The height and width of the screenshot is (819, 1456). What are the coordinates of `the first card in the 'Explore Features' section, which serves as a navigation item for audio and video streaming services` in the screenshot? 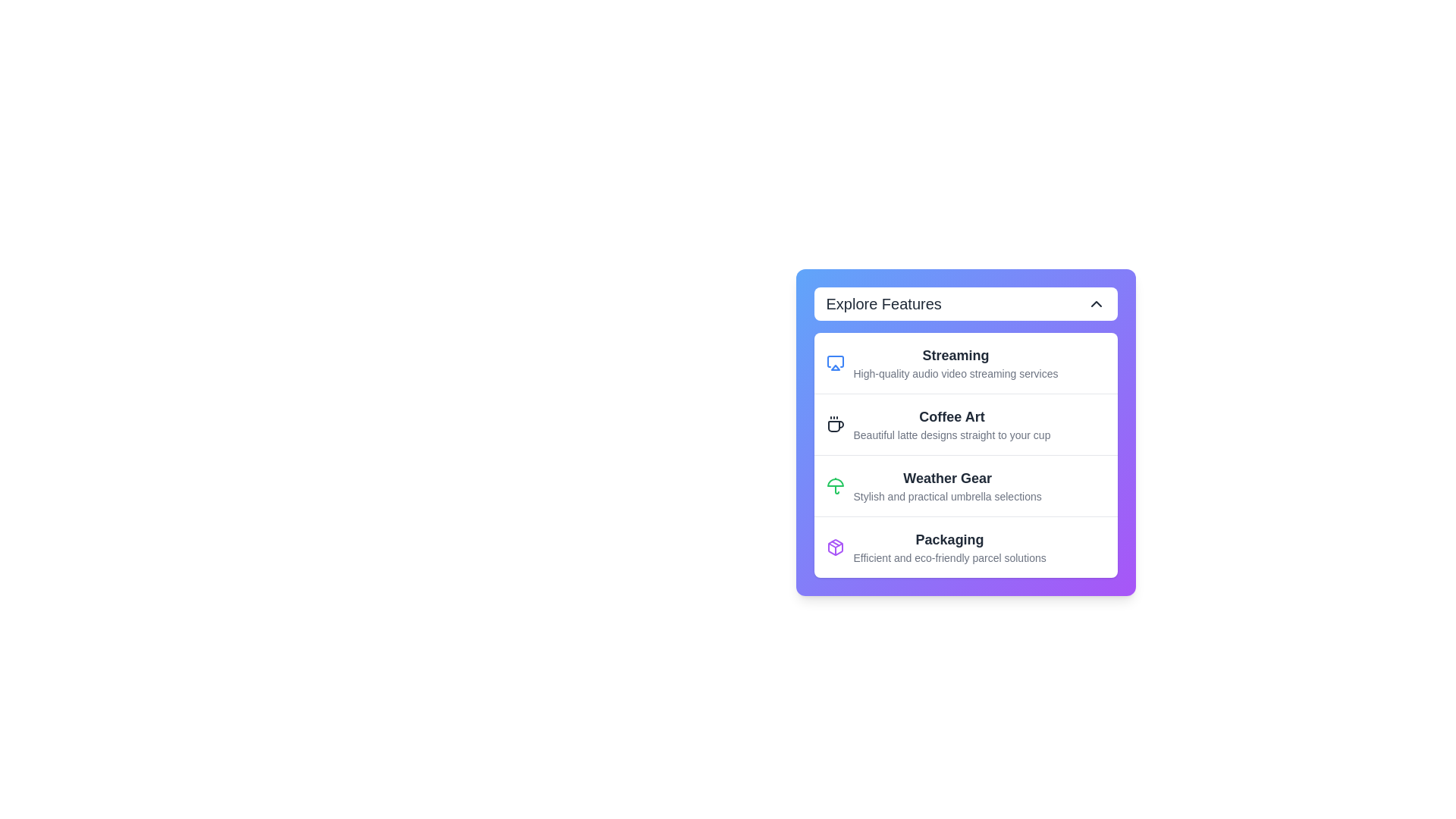 It's located at (965, 362).